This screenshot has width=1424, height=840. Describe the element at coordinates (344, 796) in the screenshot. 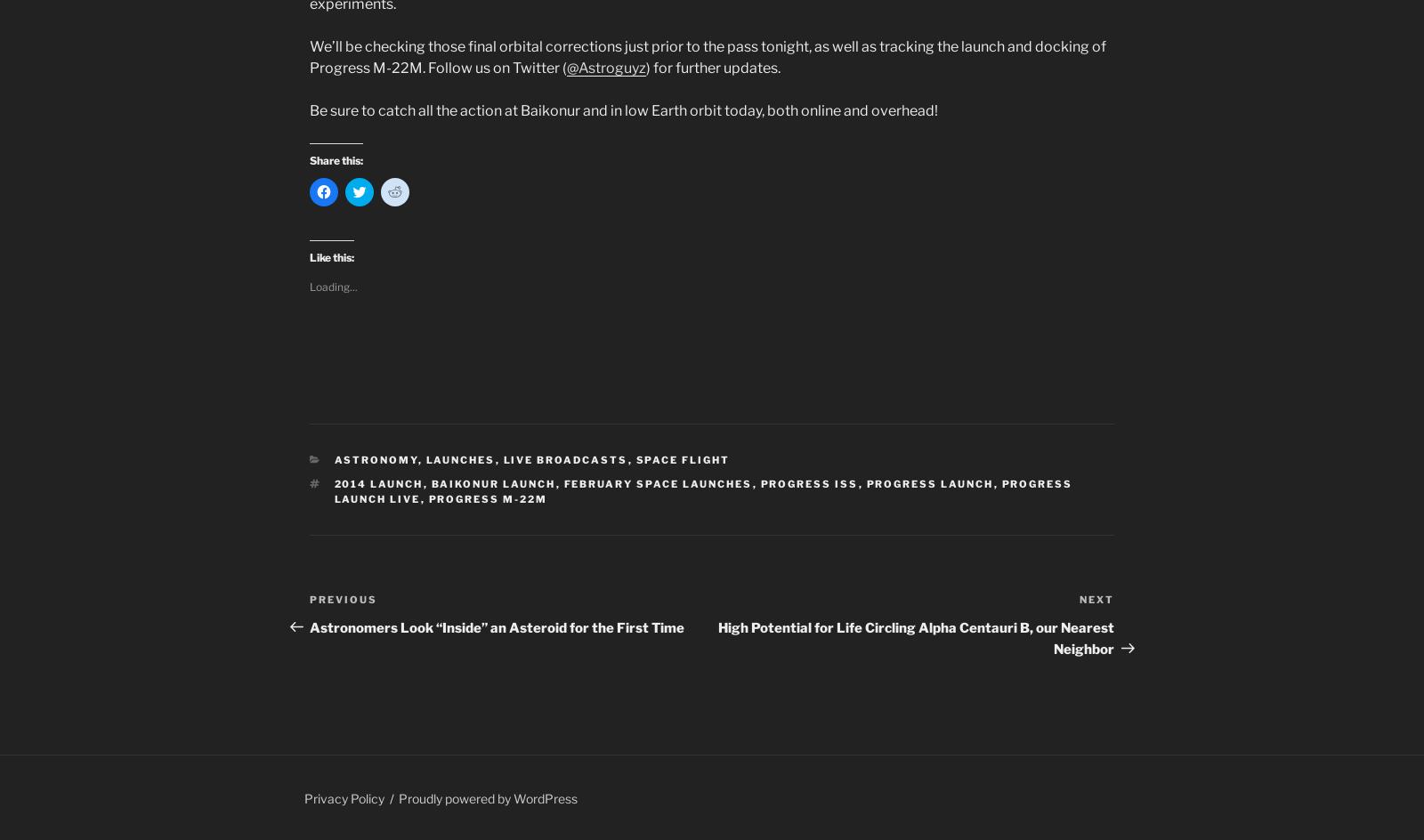

I see `'Privacy Policy'` at that location.